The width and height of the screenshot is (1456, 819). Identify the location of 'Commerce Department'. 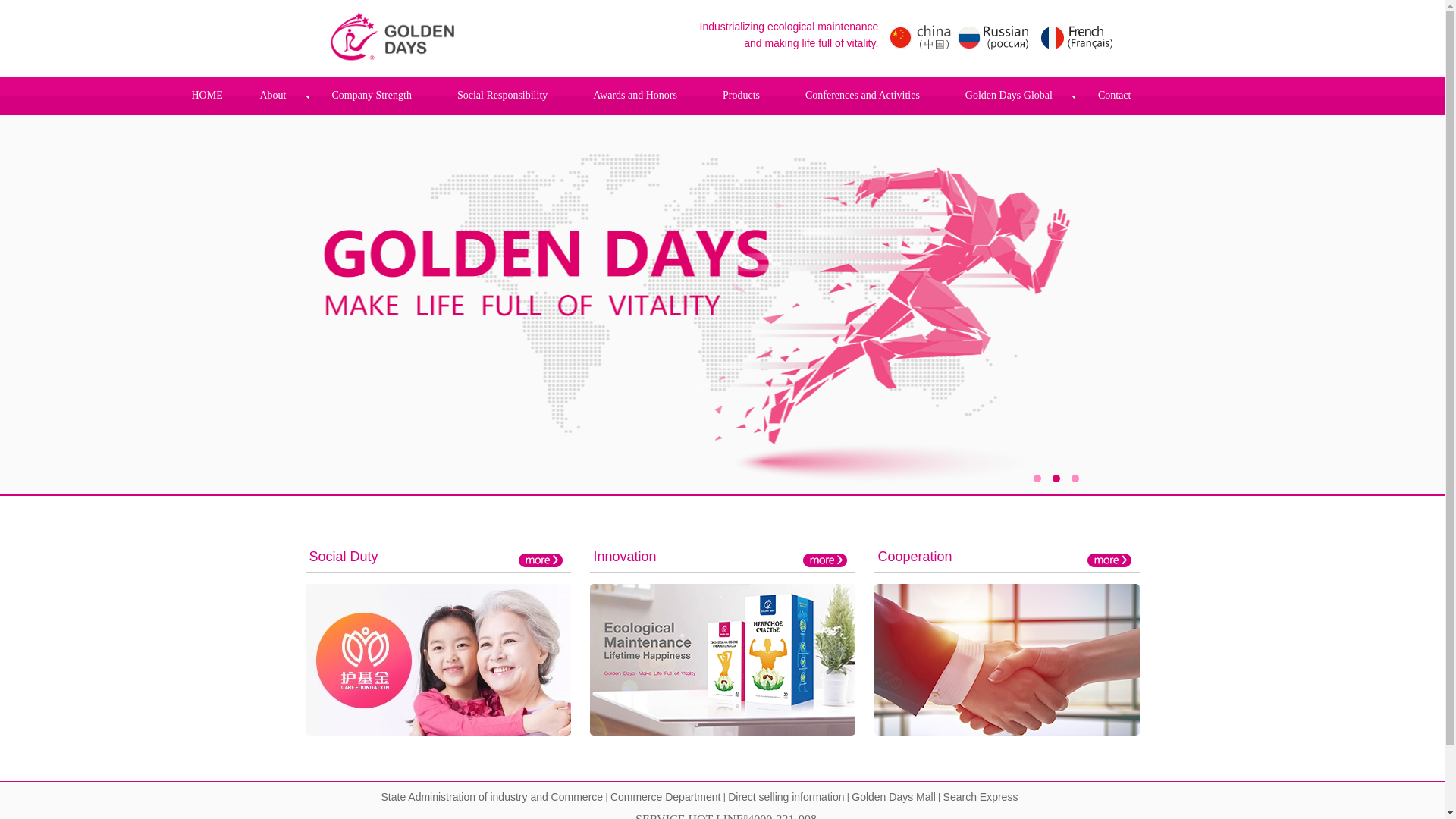
(666, 797).